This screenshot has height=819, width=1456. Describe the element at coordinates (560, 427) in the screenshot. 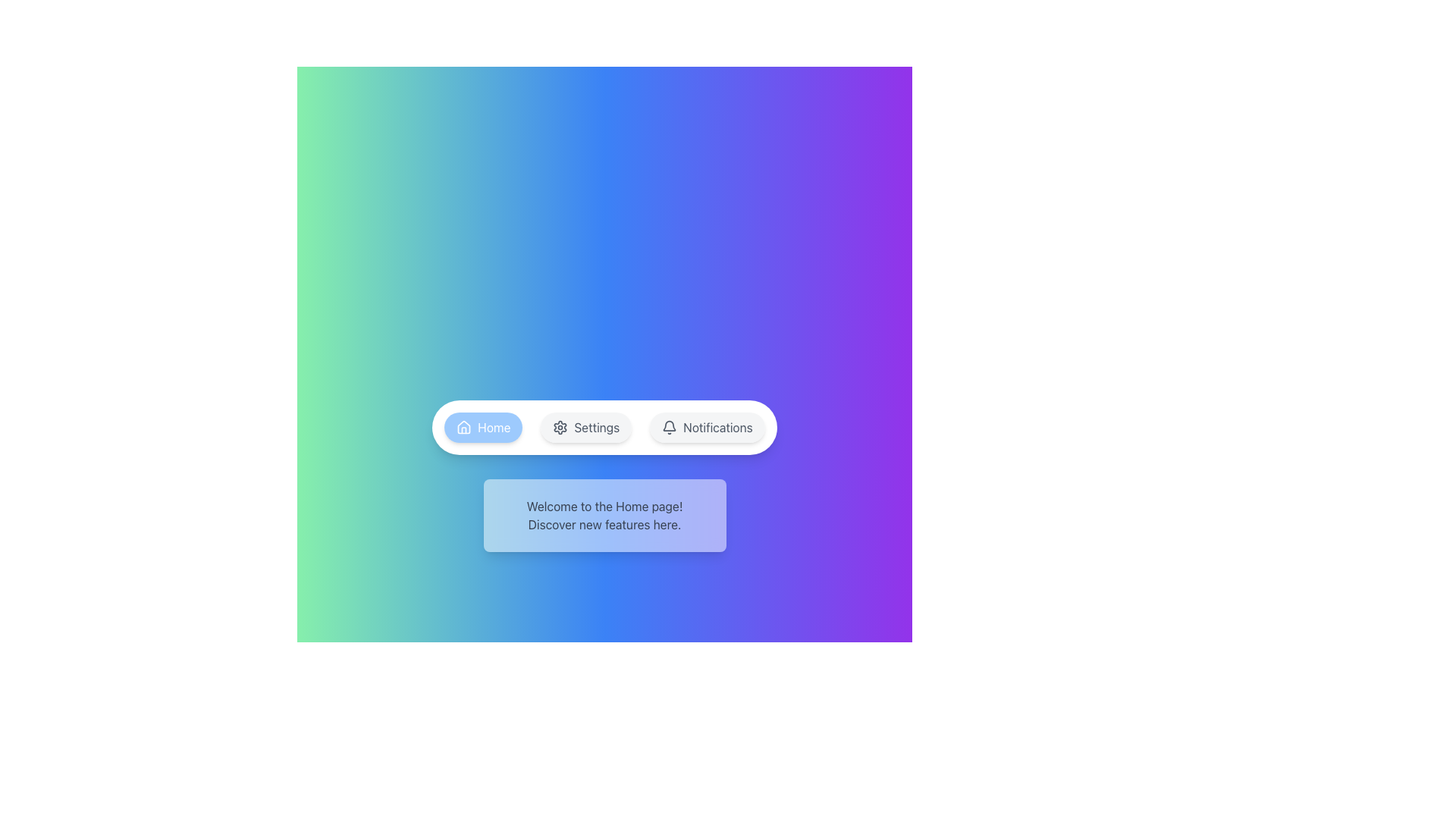

I see `the settings icon represented by the gear component located in the middle of the navigation bar` at that location.